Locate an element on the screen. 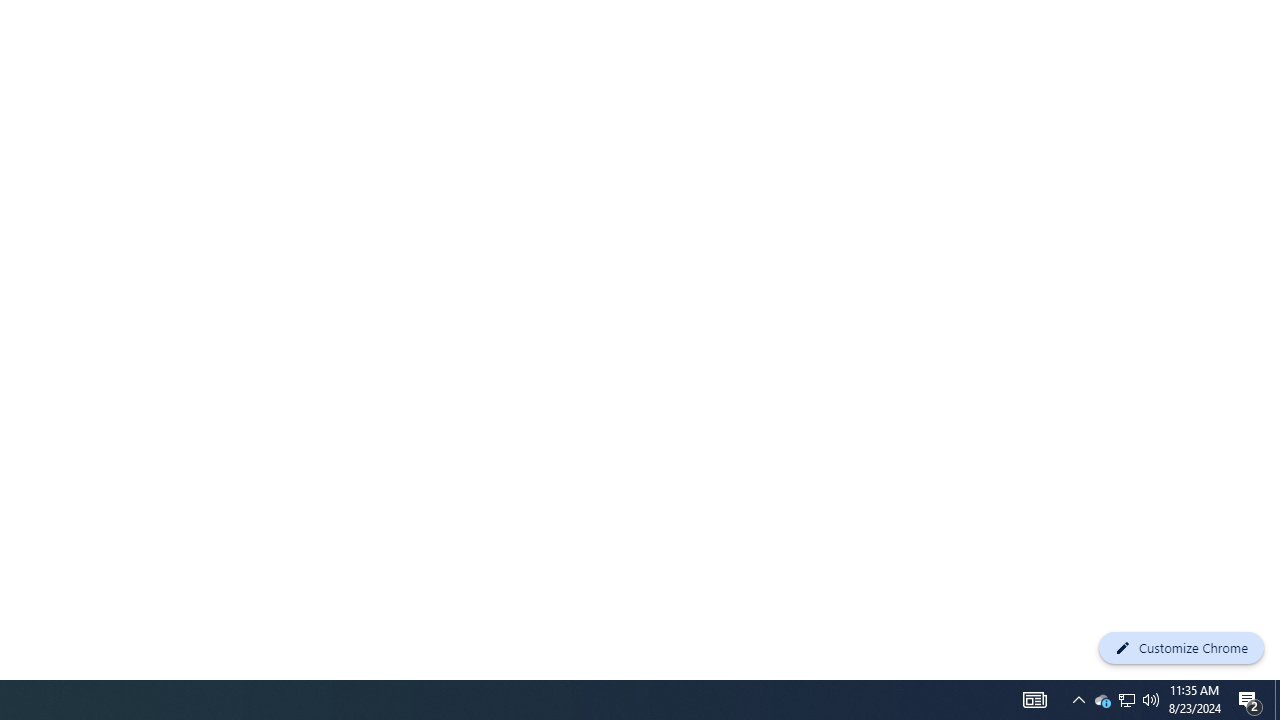  'Customize Chrome' is located at coordinates (1181, 648).